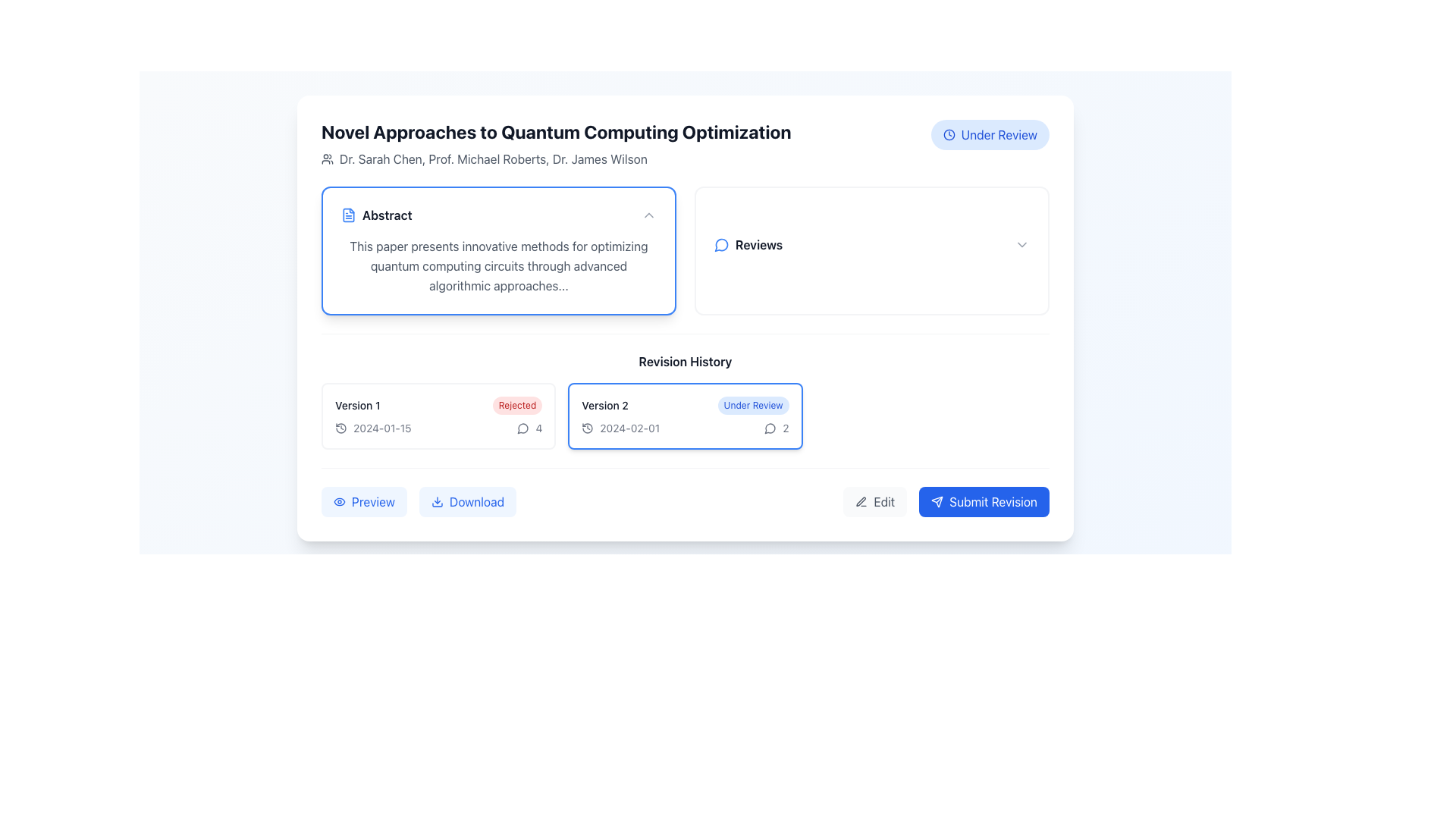 Image resolution: width=1456 pixels, height=819 pixels. What do you see at coordinates (523, 428) in the screenshot?
I see `the comments/reviews icon located on the right side of the 'Reviews' content section` at bounding box center [523, 428].